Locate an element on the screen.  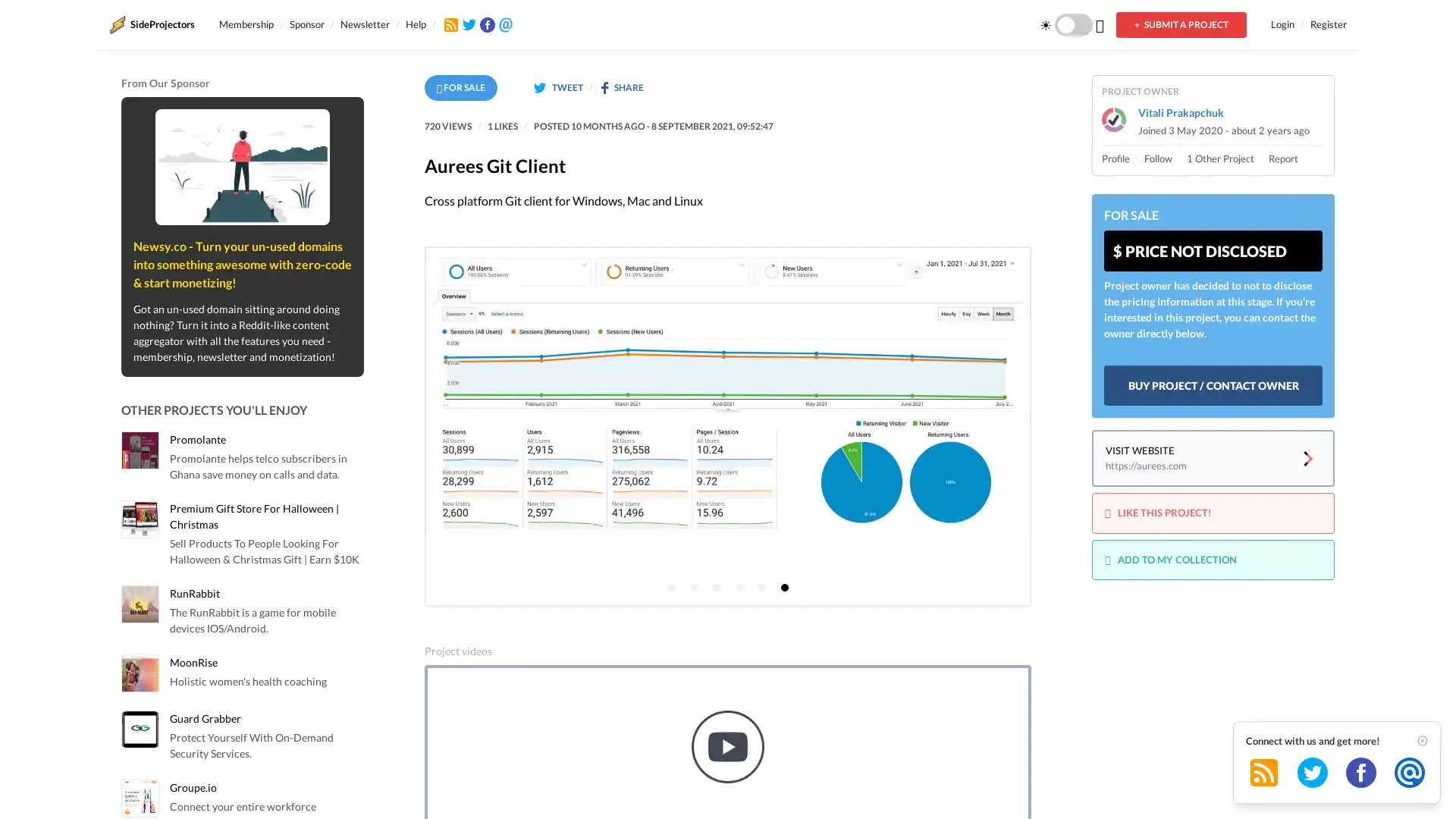
ADD TO MY COLLECTION is located at coordinates (1212, 559).